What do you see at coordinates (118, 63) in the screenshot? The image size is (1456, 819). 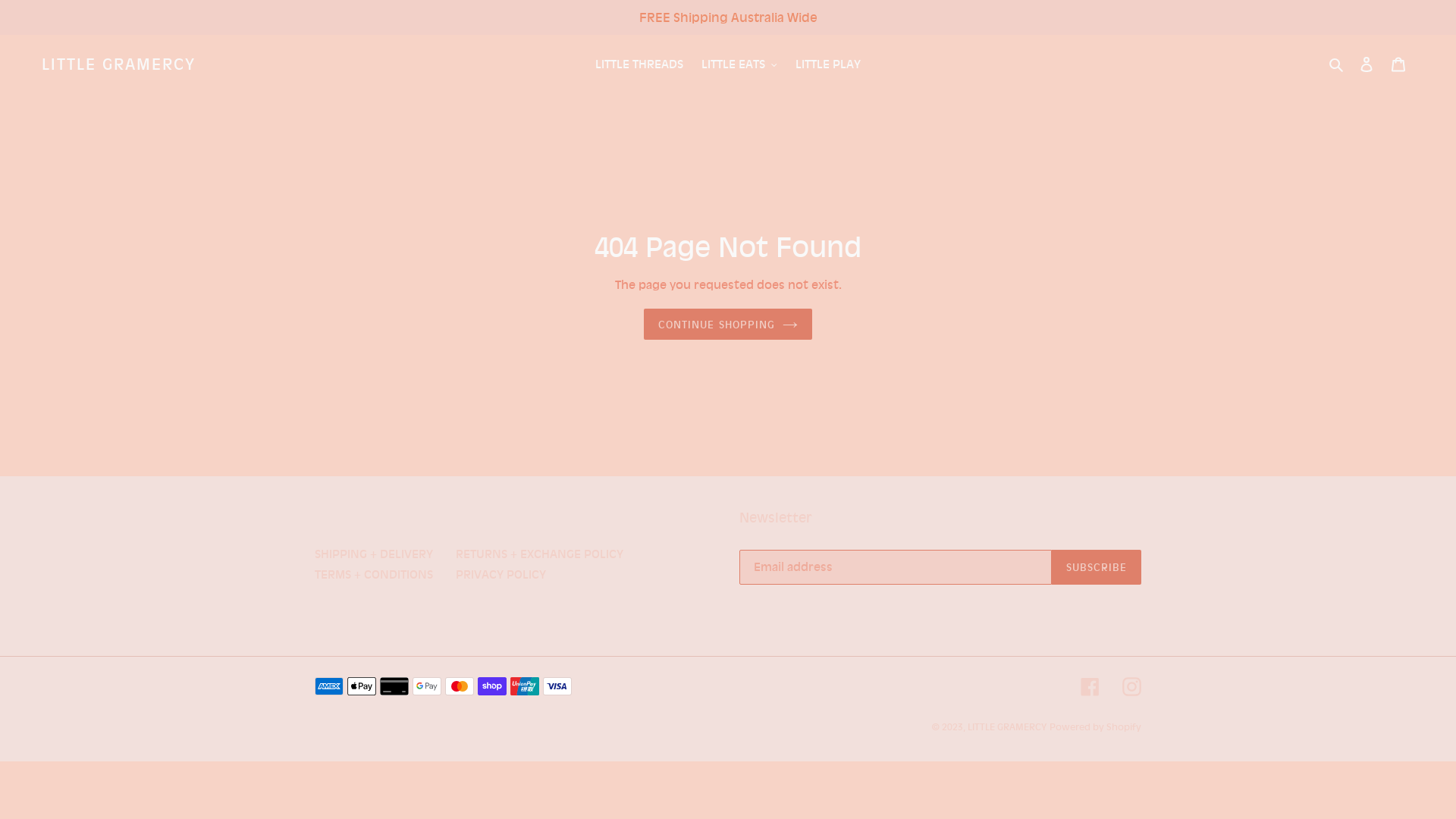 I see `'LITTLE GRAMERCY'` at bounding box center [118, 63].